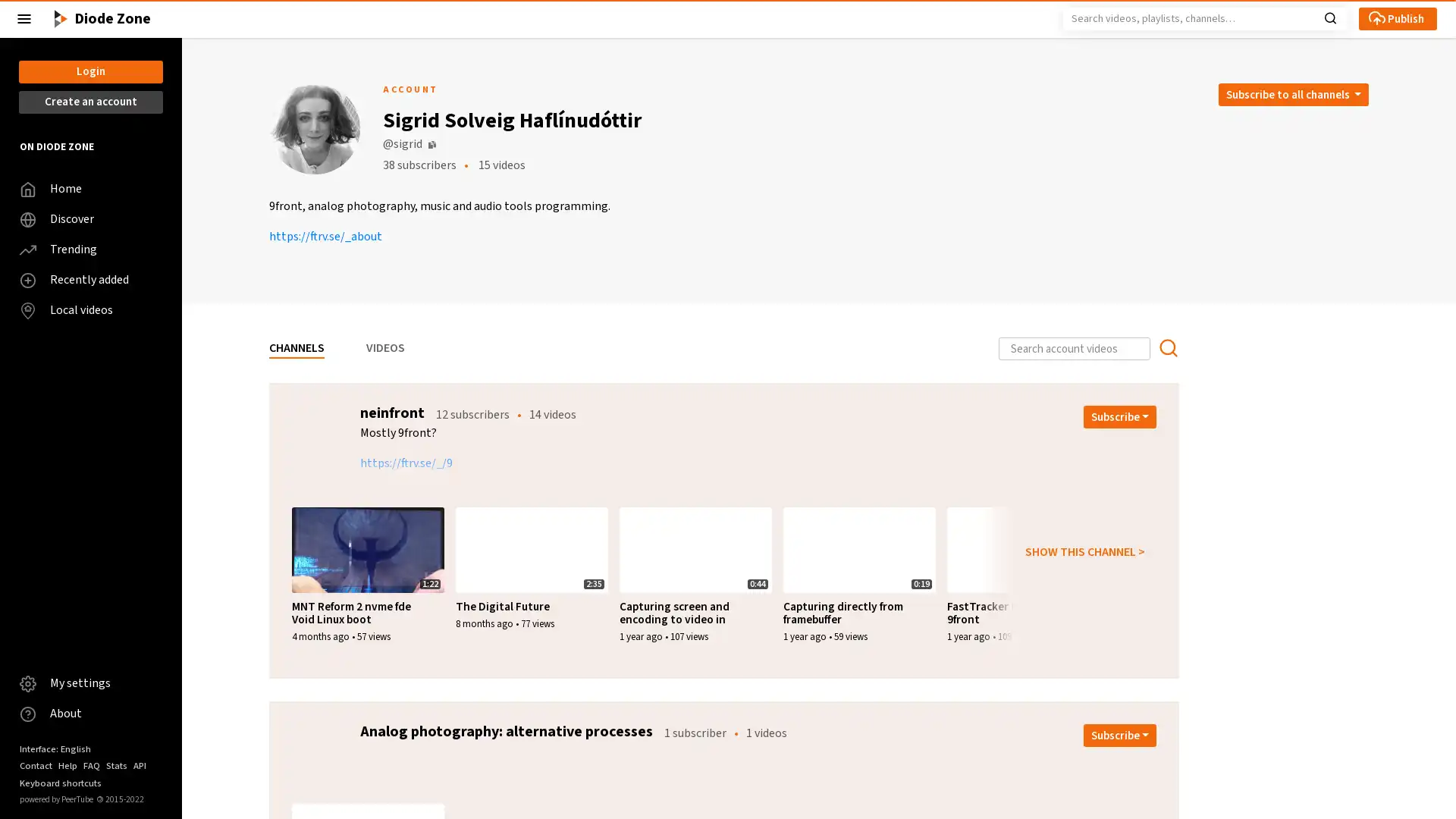 Image resolution: width=1456 pixels, height=819 pixels. What do you see at coordinates (1291, 94) in the screenshot?
I see `Open subscription dropdown` at bounding box center [1291, 94].